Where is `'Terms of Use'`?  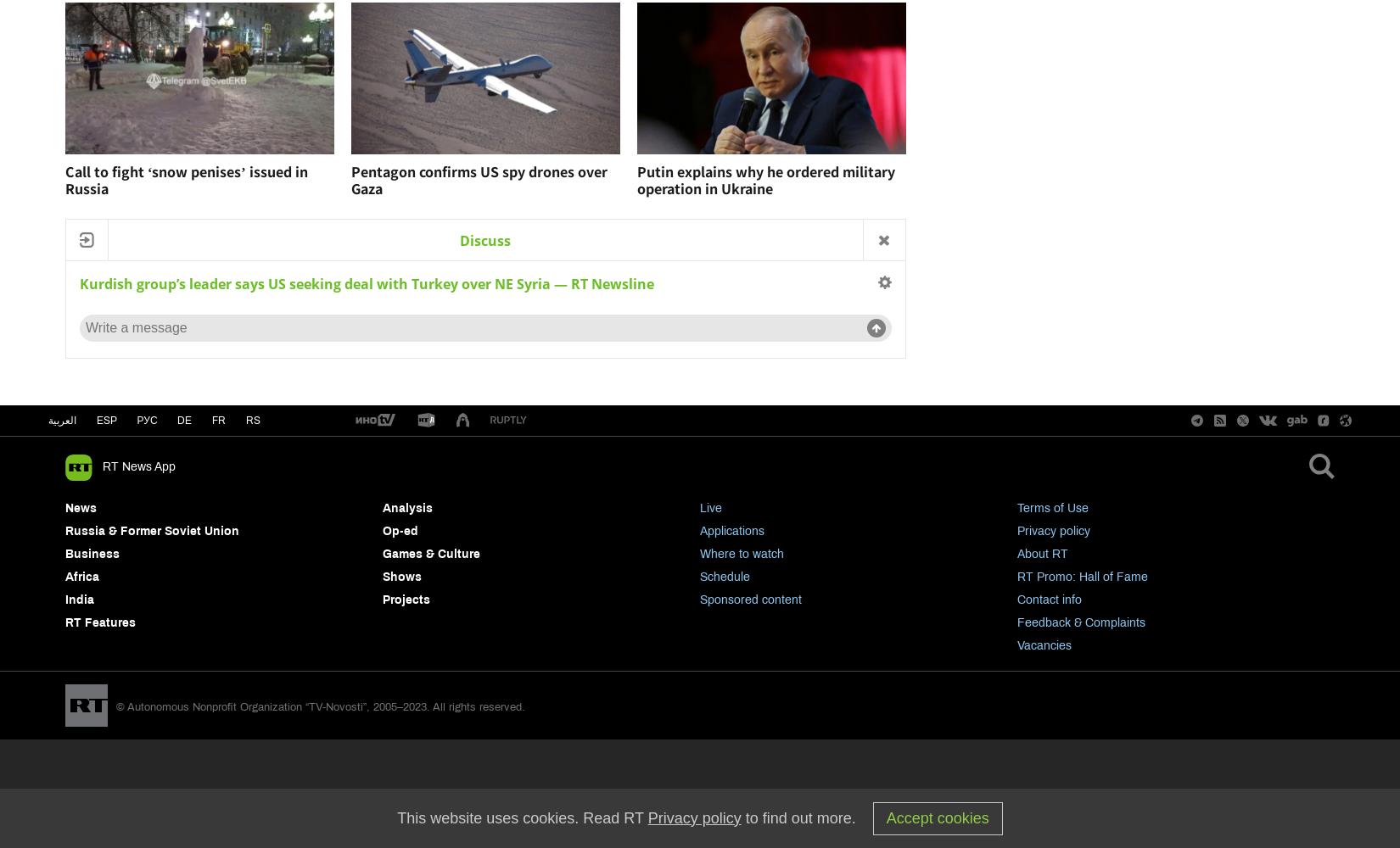
'Terms of Use' is located at coordinates (1017, 507).